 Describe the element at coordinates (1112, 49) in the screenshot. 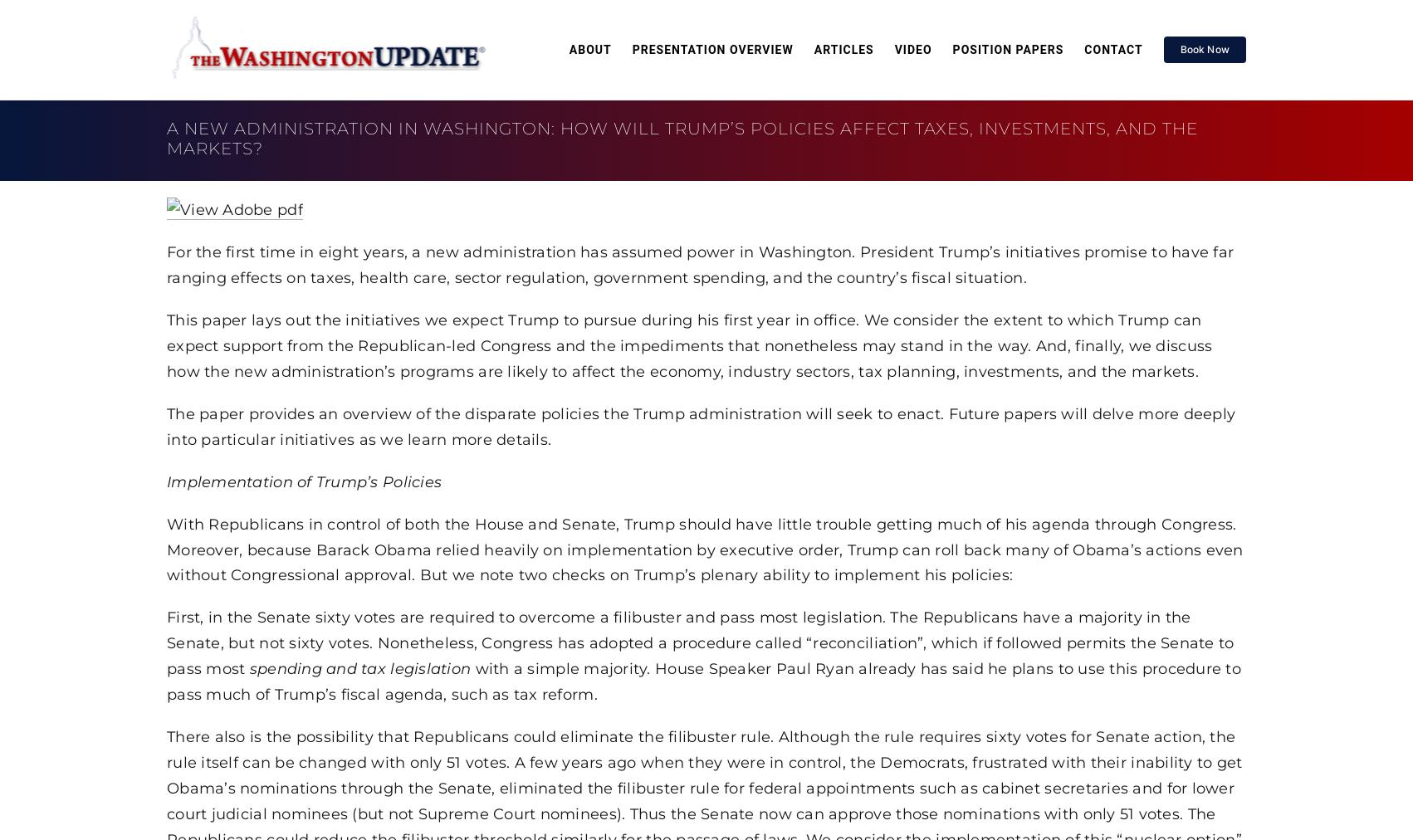

I see `'Contact'` at that location.